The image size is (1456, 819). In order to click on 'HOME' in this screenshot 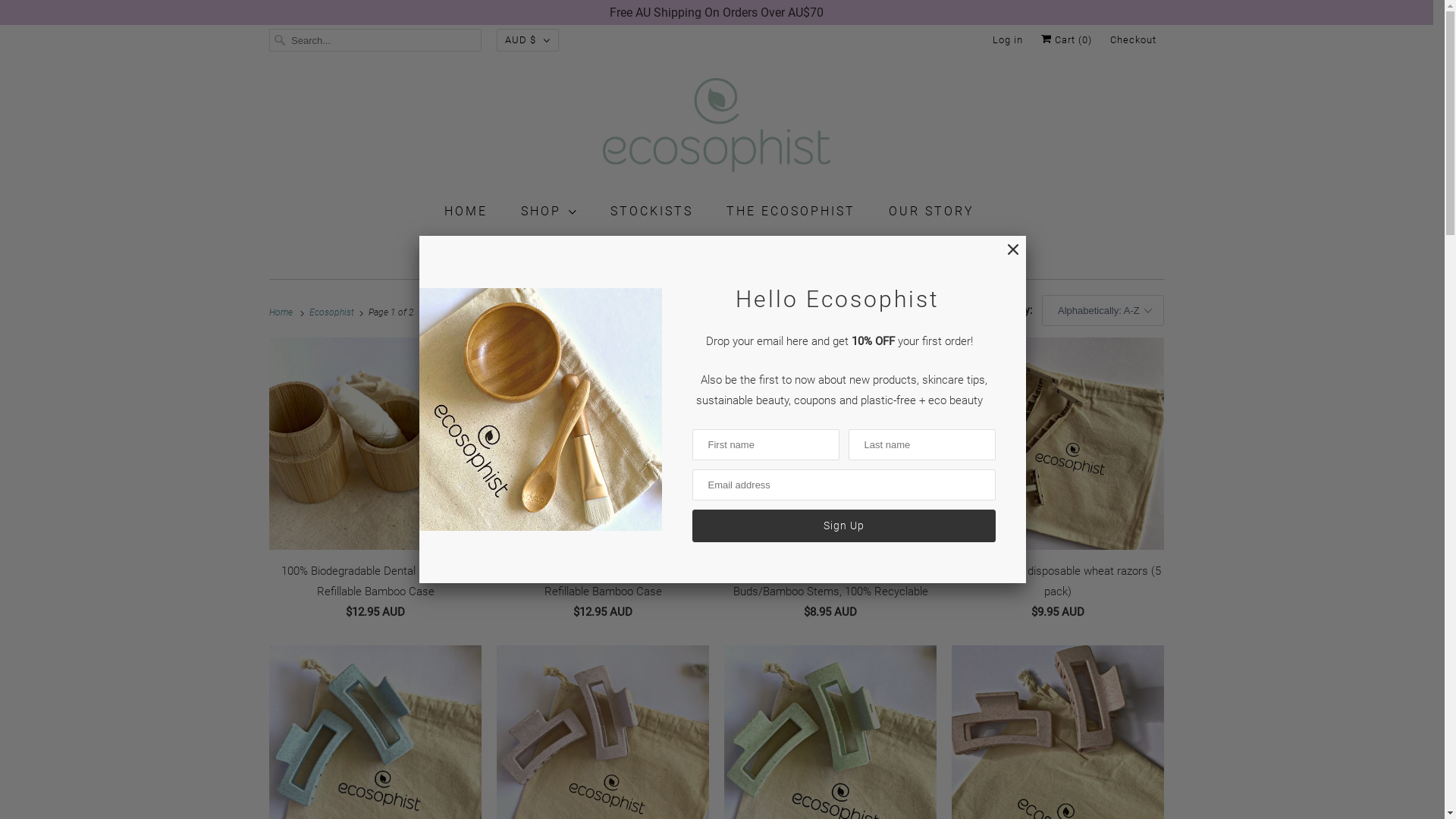, I will do `click(465, 211)`.